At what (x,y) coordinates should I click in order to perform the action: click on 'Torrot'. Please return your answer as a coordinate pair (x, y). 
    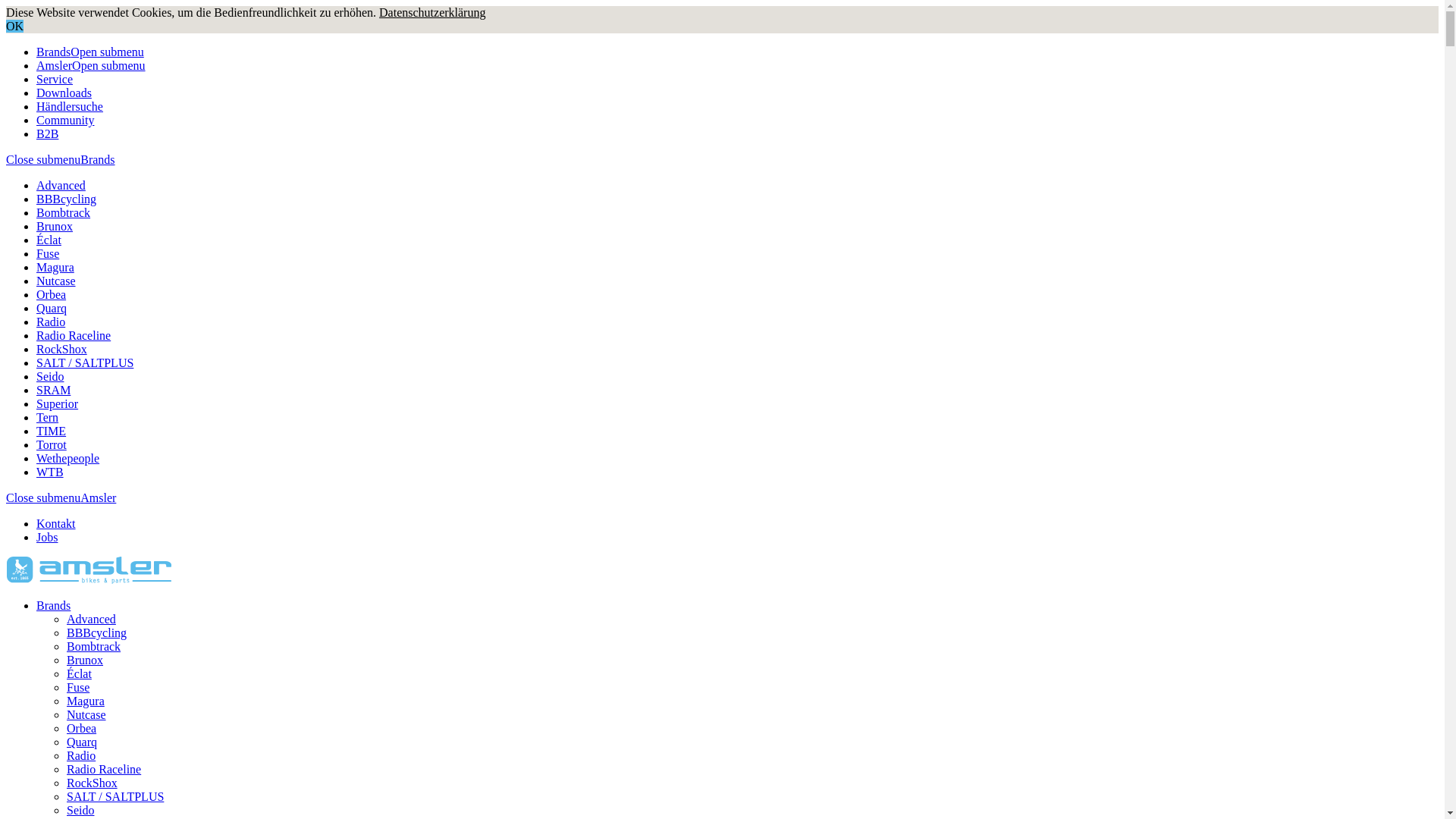
    Looking at the image, I should click on (51, 444).